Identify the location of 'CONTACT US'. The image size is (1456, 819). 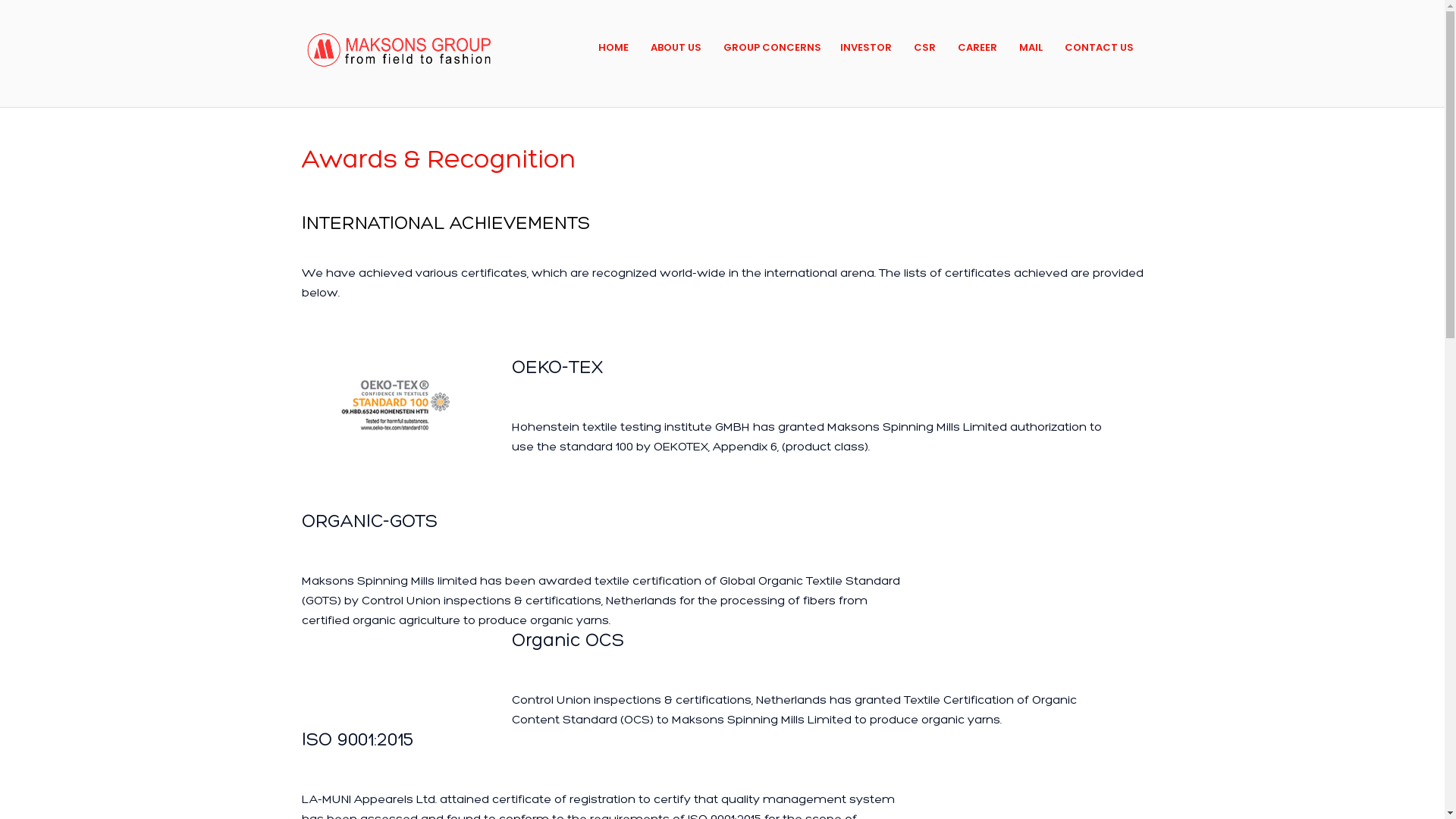
(1063, 46).